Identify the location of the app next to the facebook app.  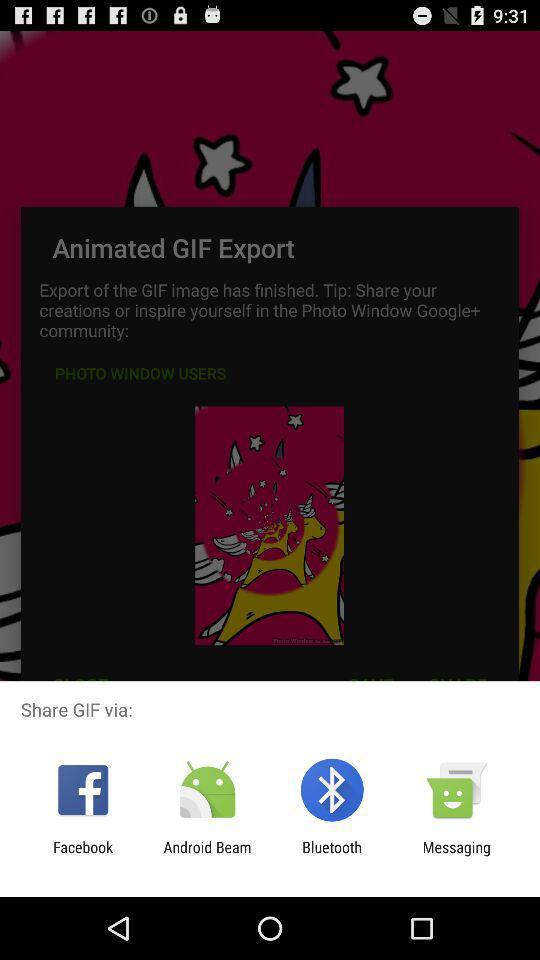
(206, 855).